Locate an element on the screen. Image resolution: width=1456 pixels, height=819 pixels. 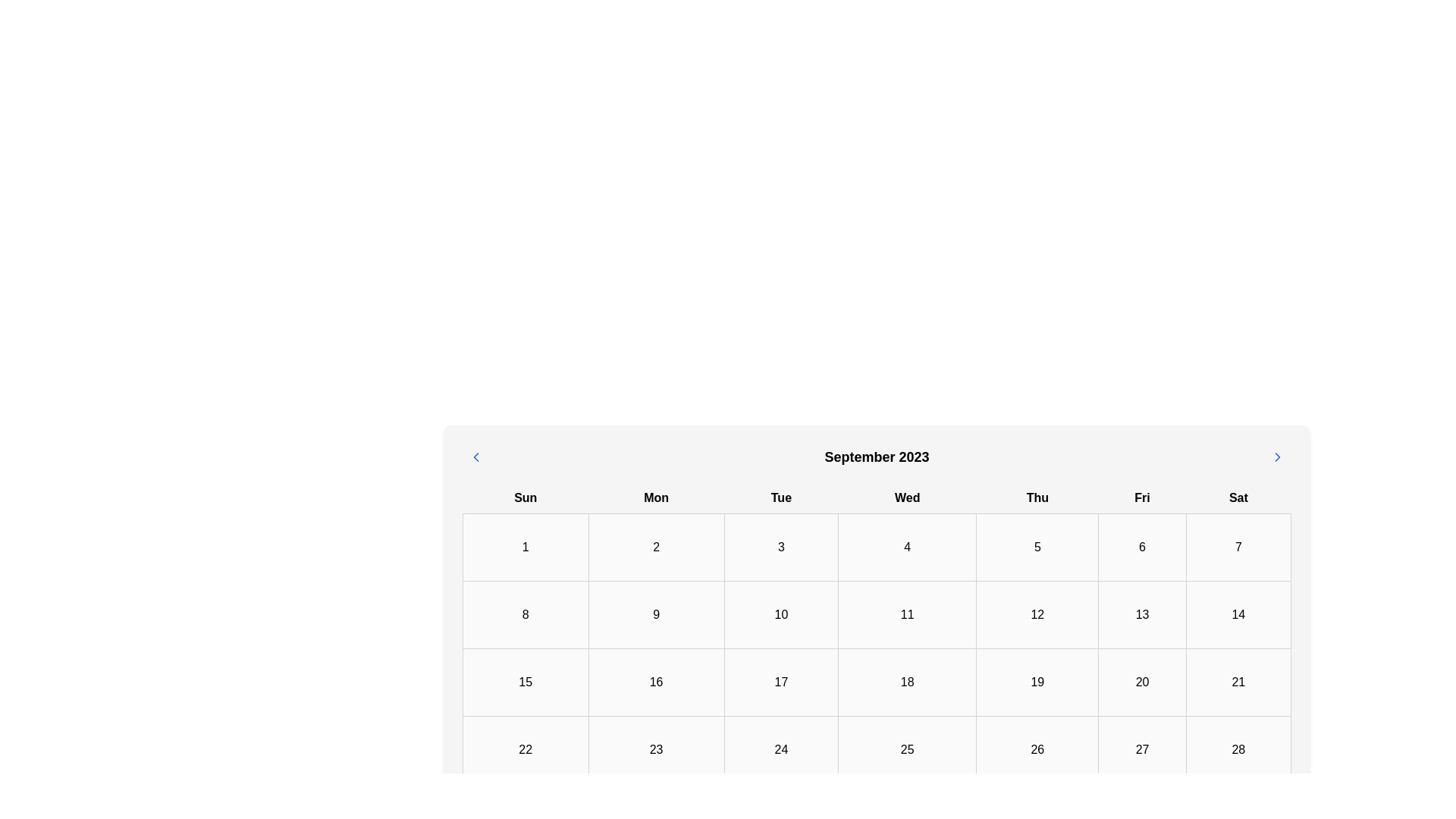
the calendar cell representing the date '2' in the Monday column is located at coordinates (656, 547).